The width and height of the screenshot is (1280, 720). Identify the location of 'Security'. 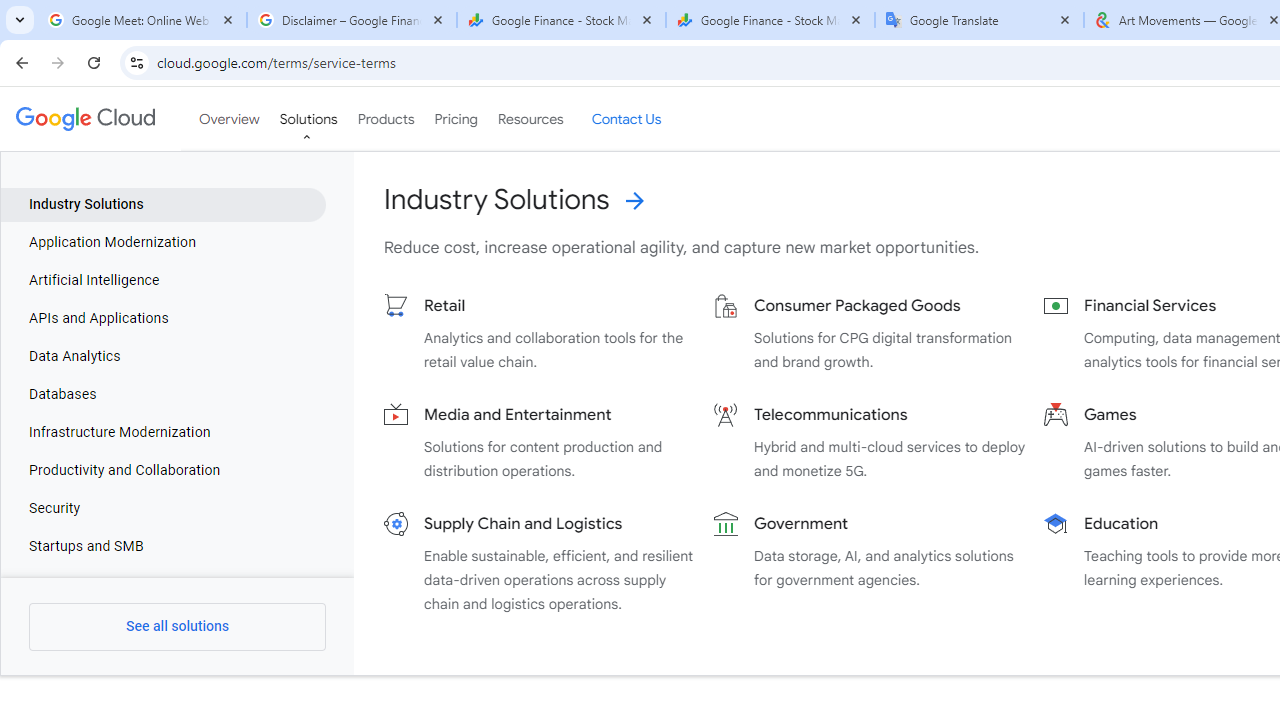
(163, 508).